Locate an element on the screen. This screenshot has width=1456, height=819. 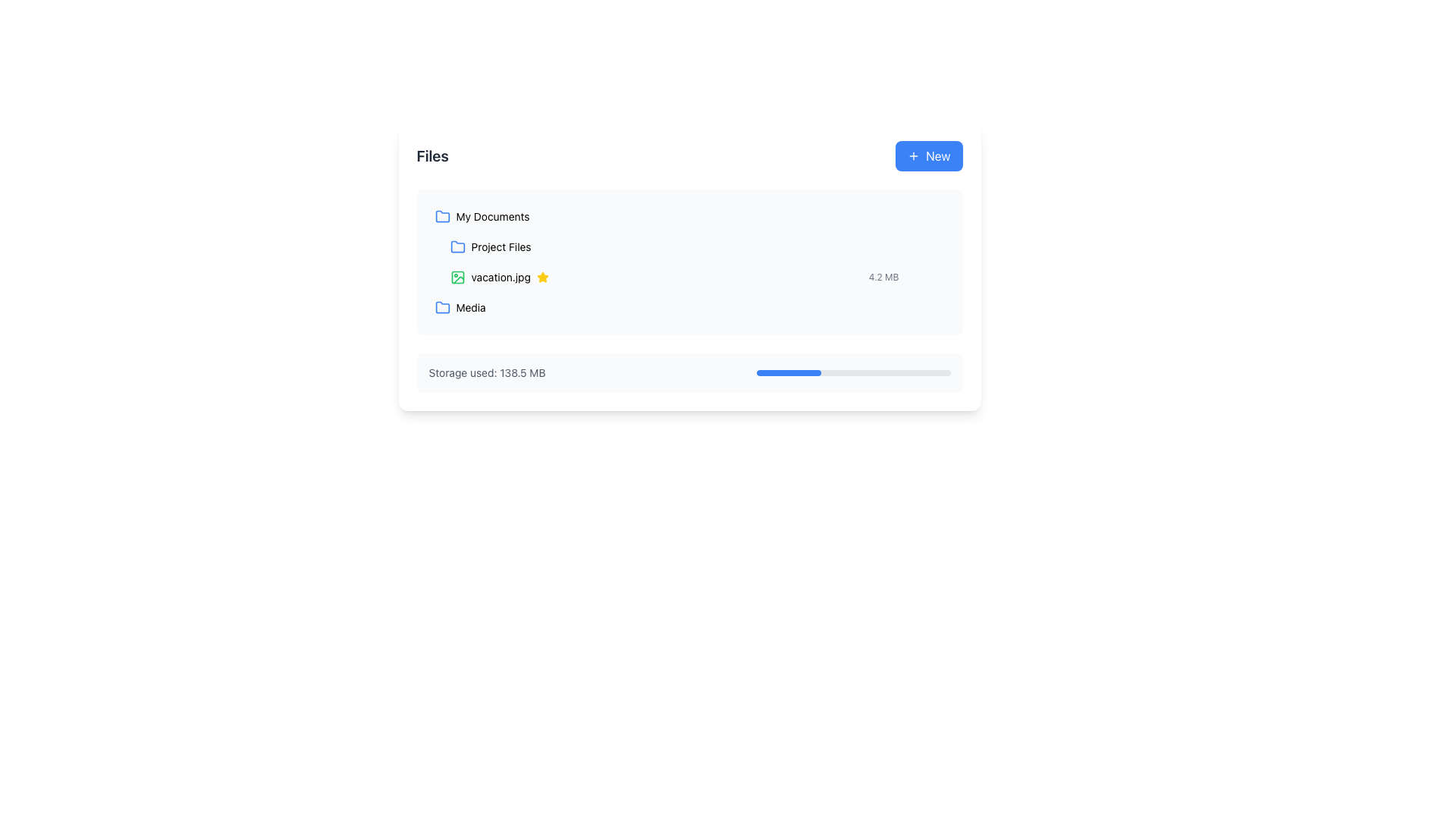
the circular download button, which is located in the file options toolbar to the right of the filename, to observe its style change is located at coordinates (913, 246).